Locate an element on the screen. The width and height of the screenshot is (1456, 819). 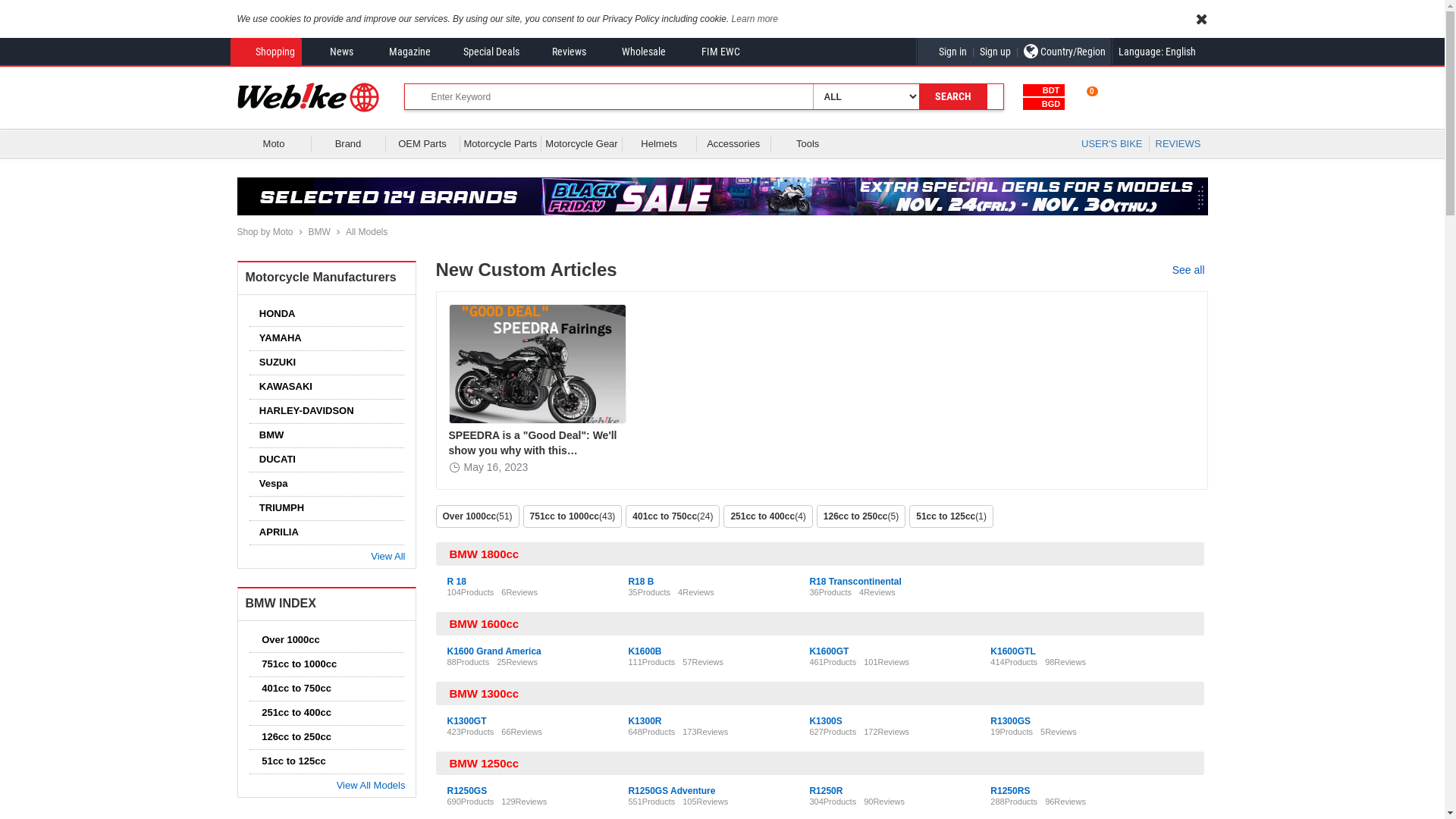
'88Products' is located at coordinates (468, 661).